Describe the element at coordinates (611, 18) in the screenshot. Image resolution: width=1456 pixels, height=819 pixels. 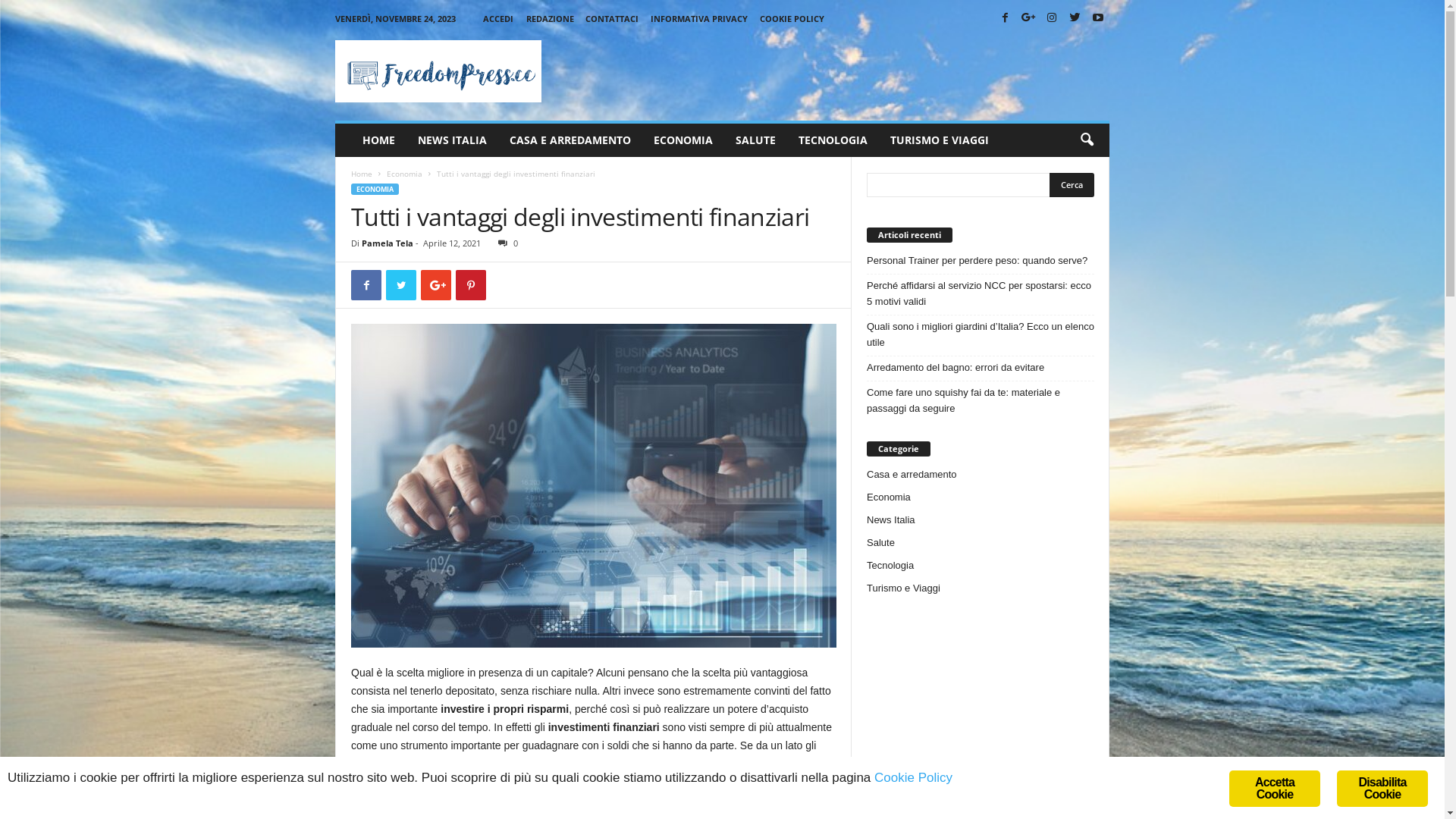
I see `'CONTATTACI'` at that location.